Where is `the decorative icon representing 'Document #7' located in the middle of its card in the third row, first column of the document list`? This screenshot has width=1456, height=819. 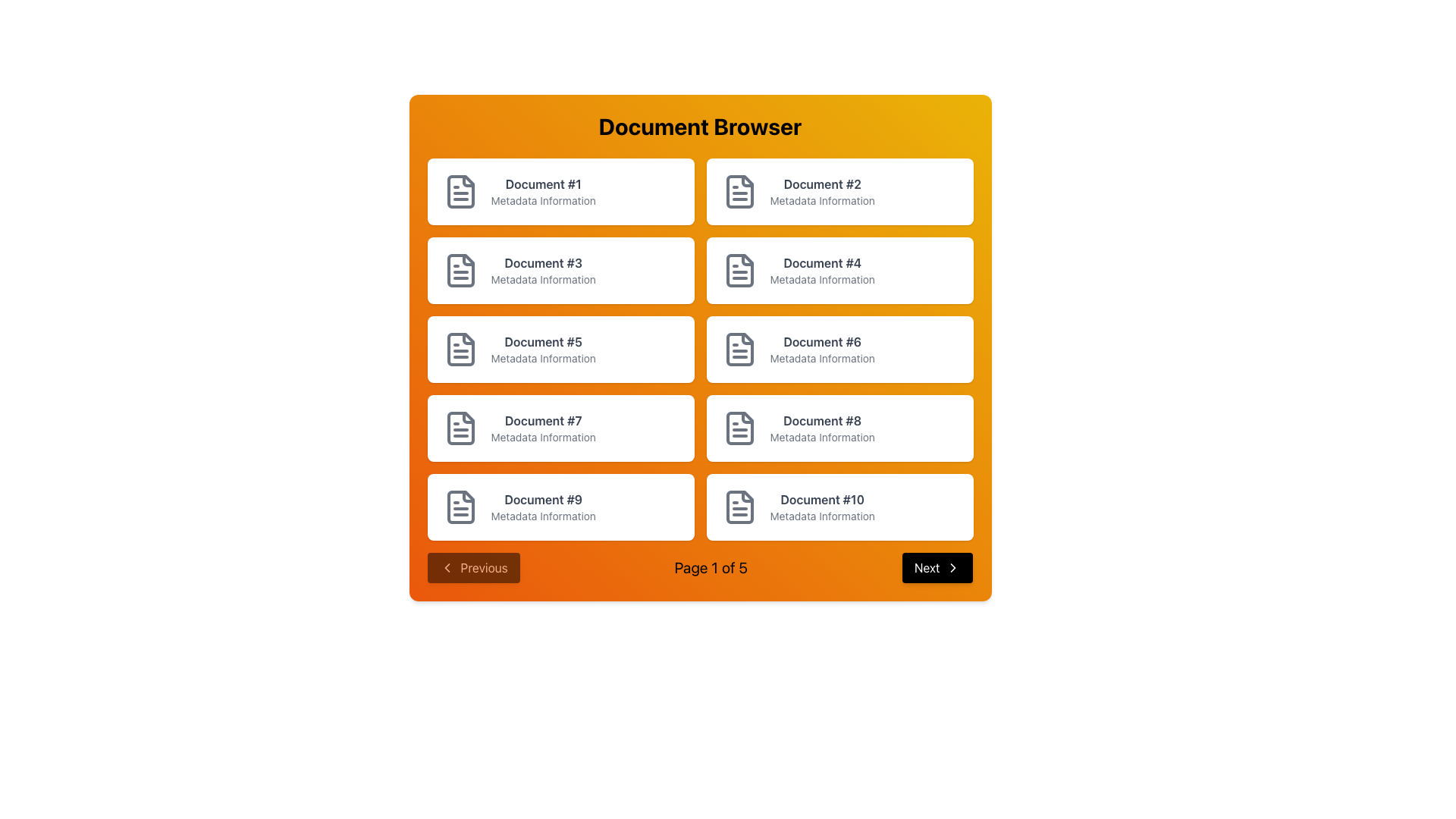
the decorative icon representing 'Document #7' located in the middle of its card in the third row, first column of the document list is located at coordinates (460, 428).